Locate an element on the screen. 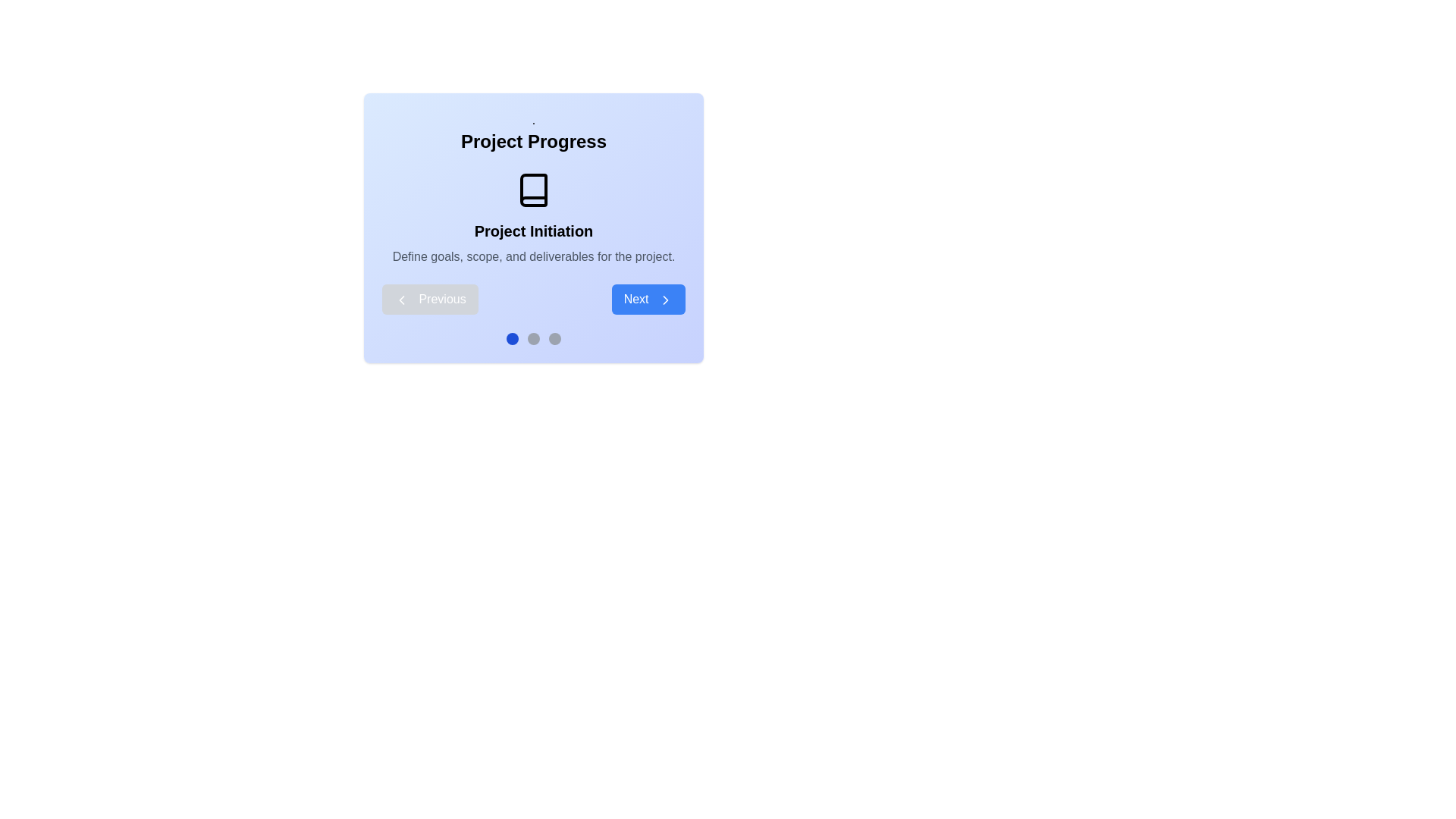 The height and width of the screenshot is (819, 1456). the Text label acting as a header for 'Project Initiation', which is centrally located below a book icon and above a descriptive text about project goals is located at coordinates (534, 231).